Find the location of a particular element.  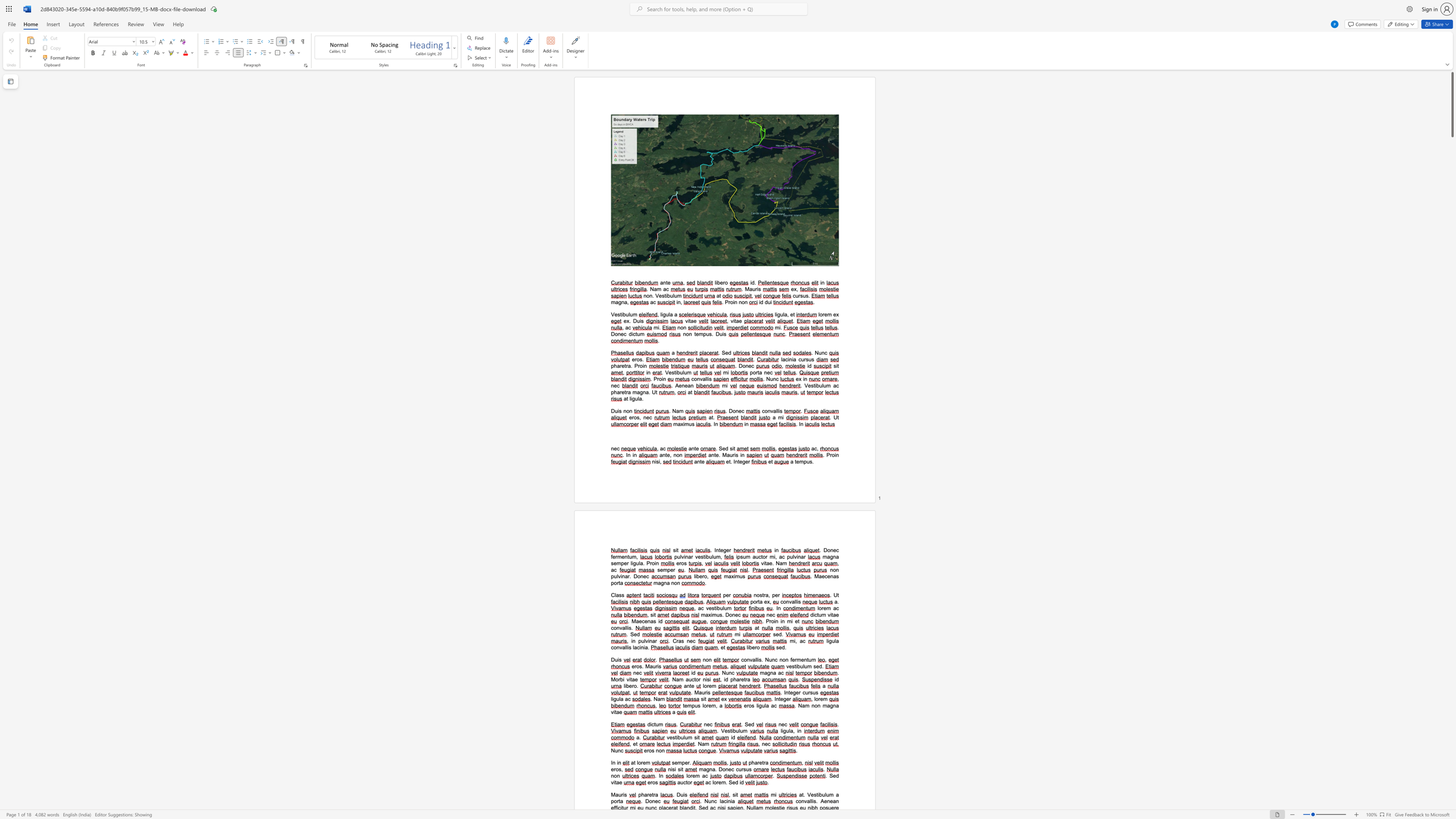

the space between the continuous character "a" and "s" in the text is located at coordinates (681, 640).